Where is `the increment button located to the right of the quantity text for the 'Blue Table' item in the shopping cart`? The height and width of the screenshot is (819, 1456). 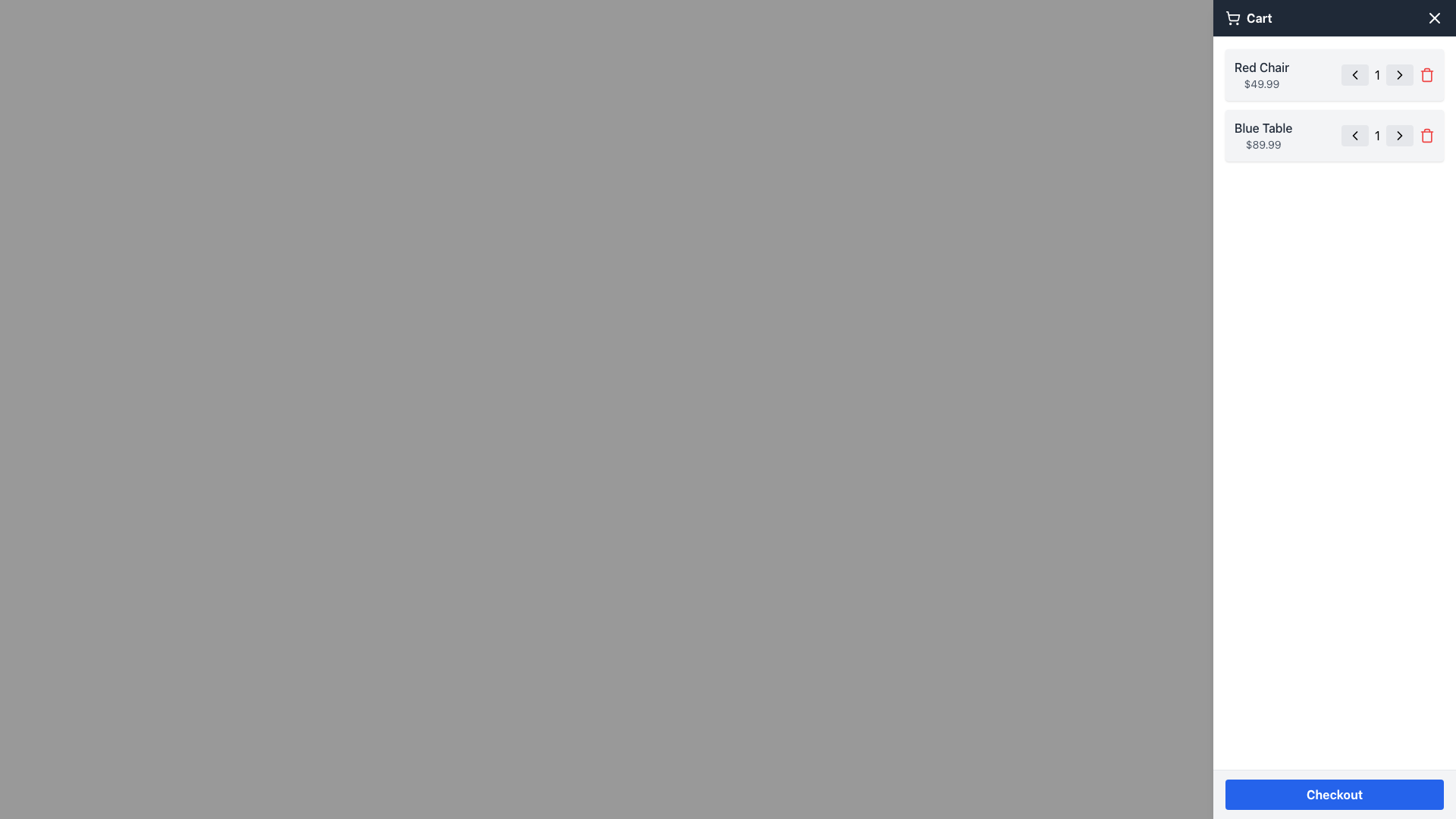
the increment button located to the right of the quantity text for the 'Blue Table' item in the shopping cart is located at coordinates (1399, 134).